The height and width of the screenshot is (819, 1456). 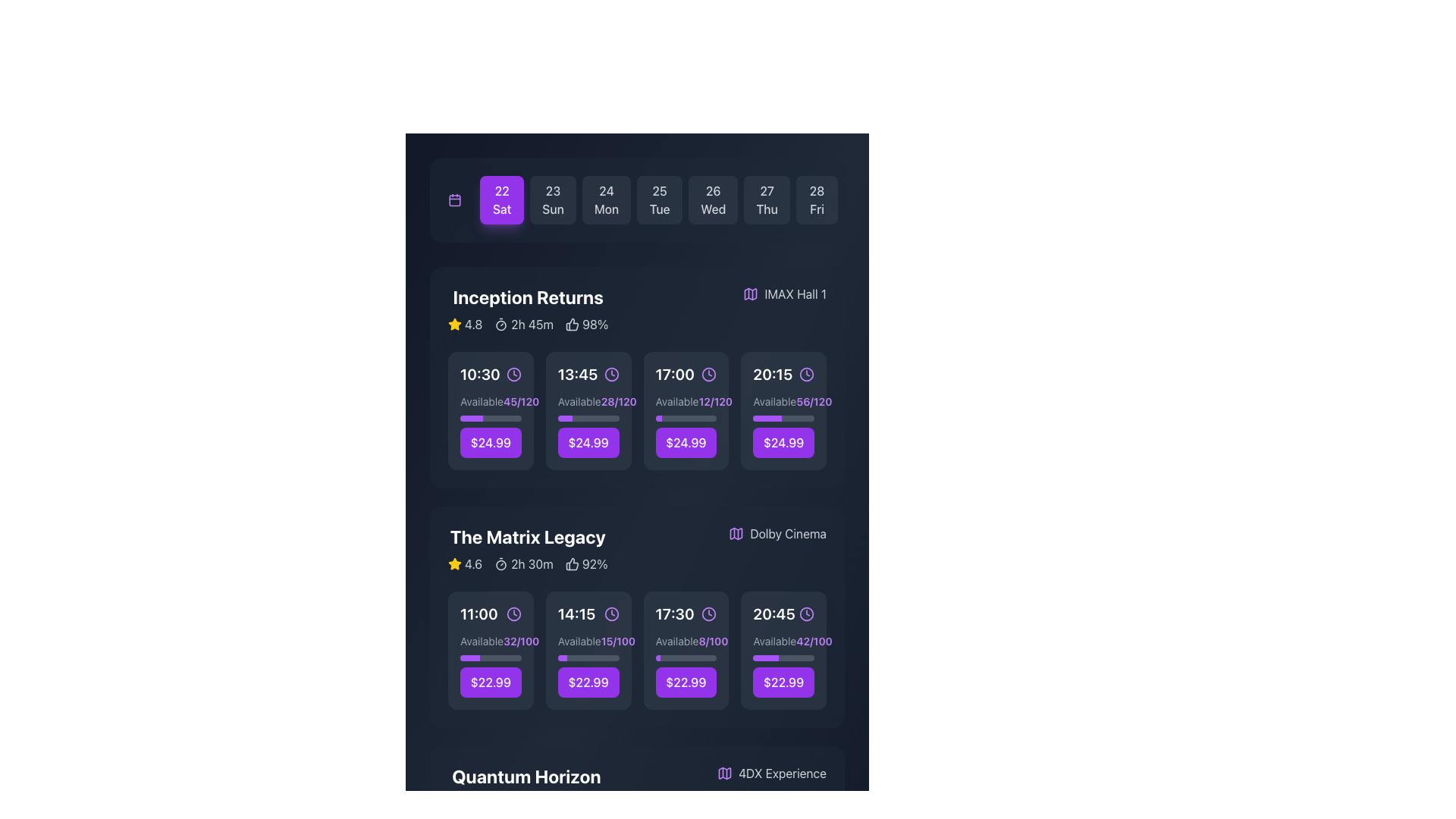 I want to click on the button for selecting seats for 'The Matrix Legacy' at 11:00 to observe the hover effect, so click(x=491, y=649).